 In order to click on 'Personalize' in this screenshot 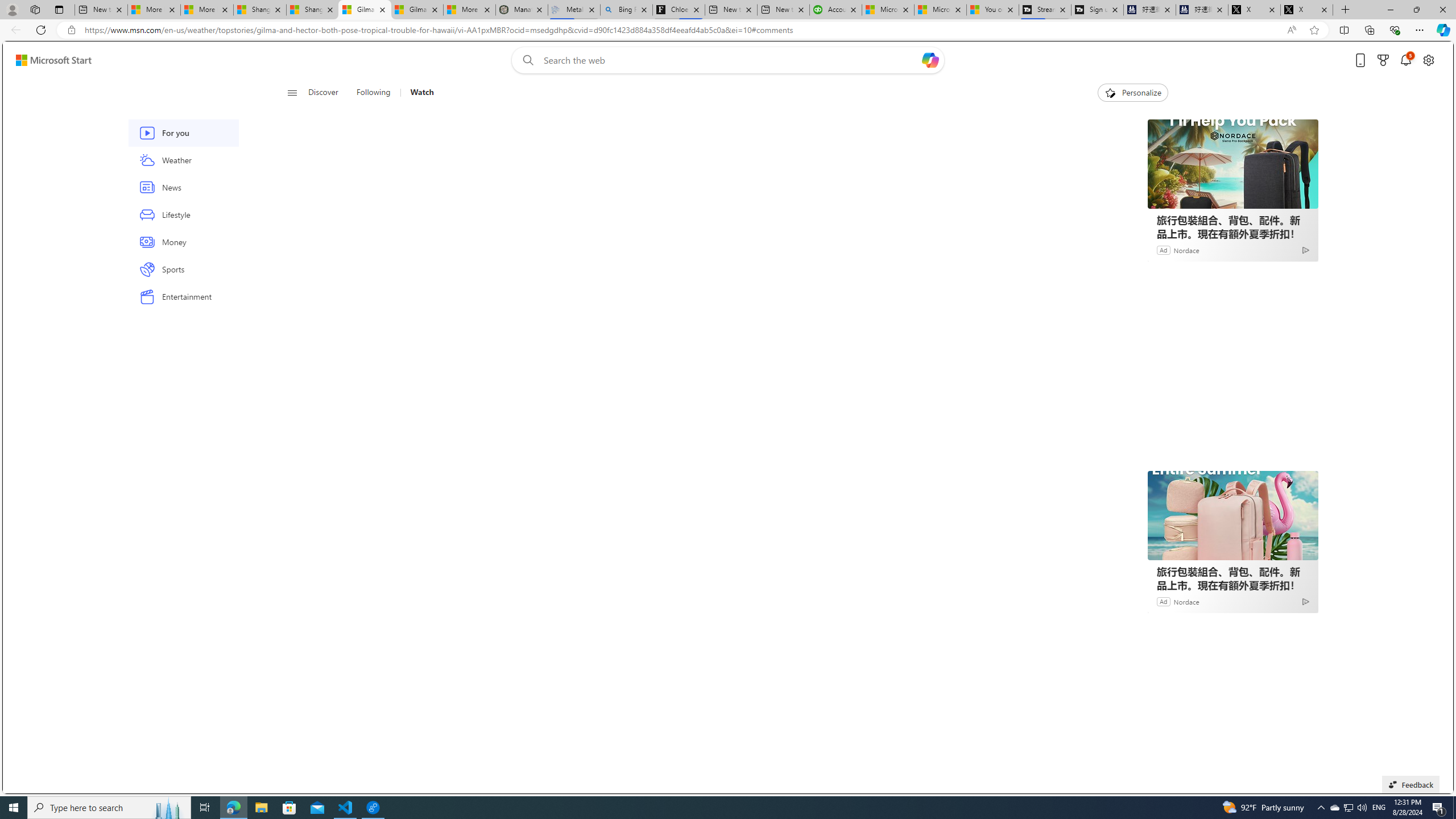, I will do `click(1132, 92)`.